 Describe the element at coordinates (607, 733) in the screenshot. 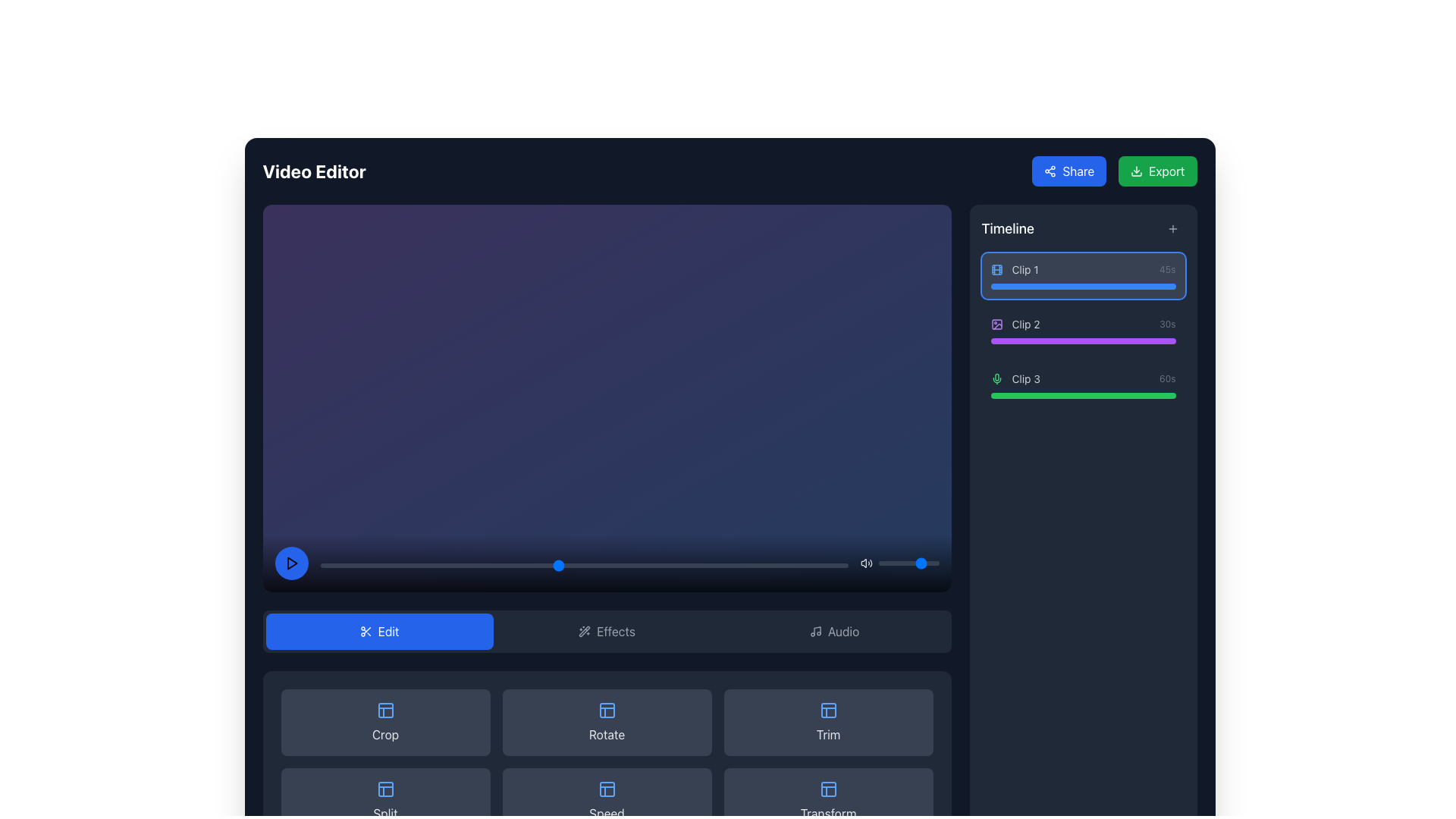

I see `the 'Rotate' text label, which is styled in gray and located within a dark button in the second row's third column` at that location.